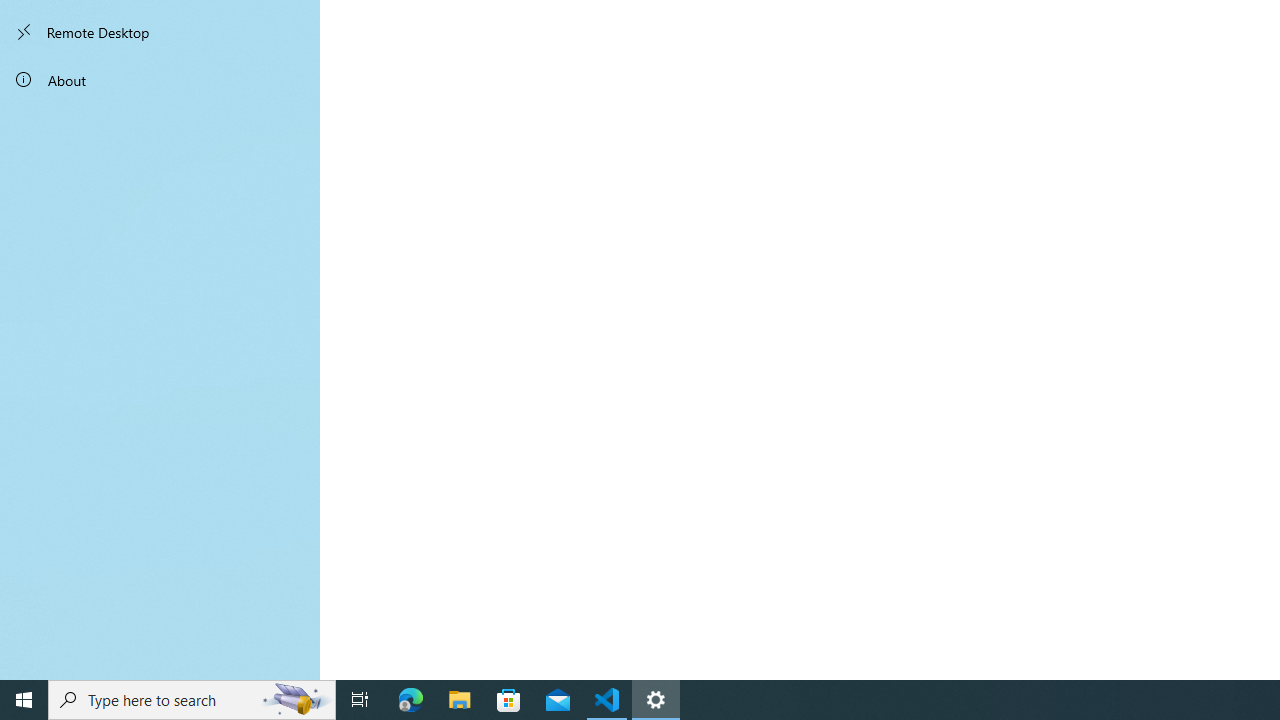  I want to click on 'Search highlights icon opens search home window', so click(294, 698).